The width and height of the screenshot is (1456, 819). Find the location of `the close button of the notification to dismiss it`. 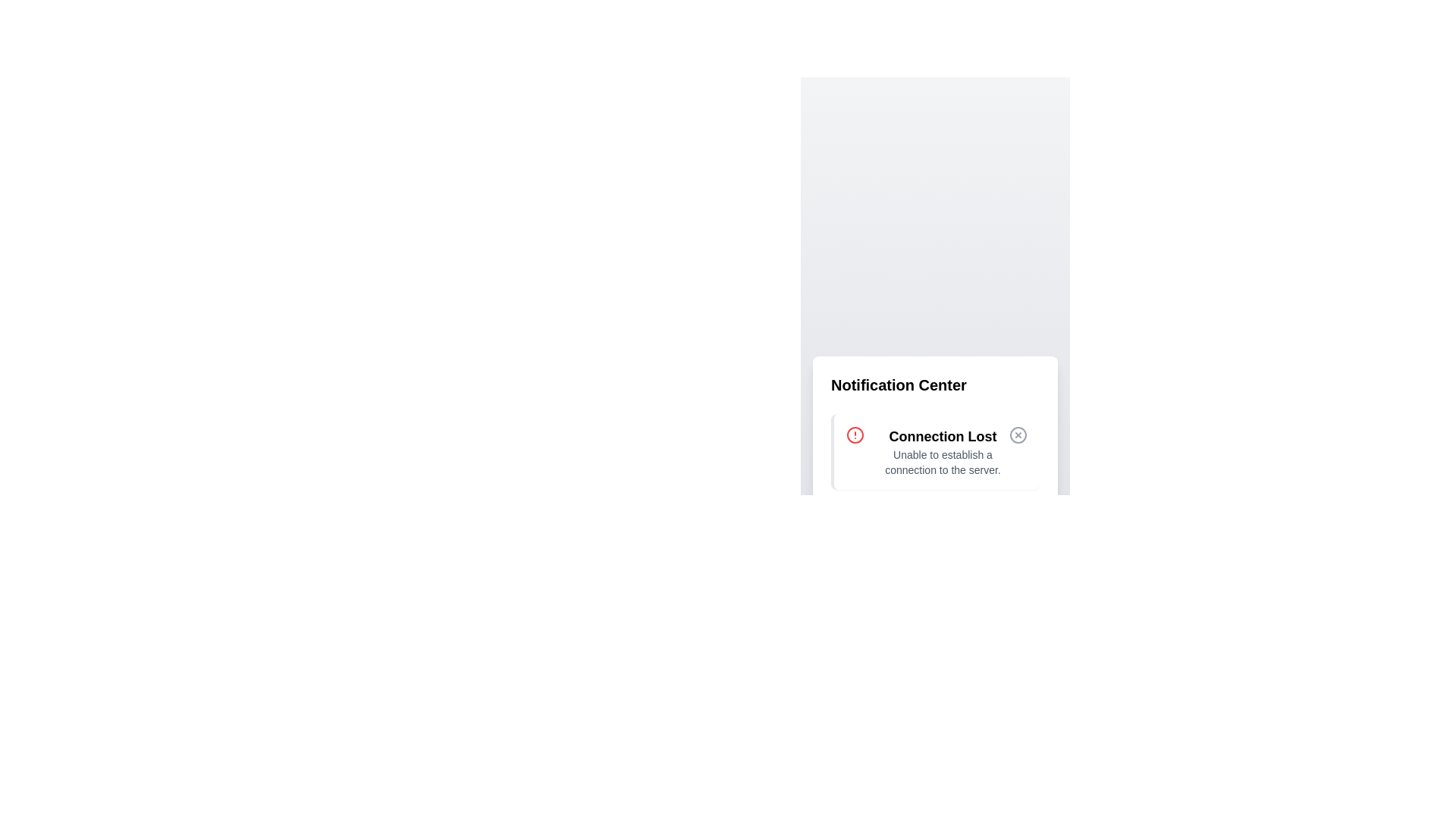

the close button of the notification to dismiss it is located at coordinates (1018, 435).